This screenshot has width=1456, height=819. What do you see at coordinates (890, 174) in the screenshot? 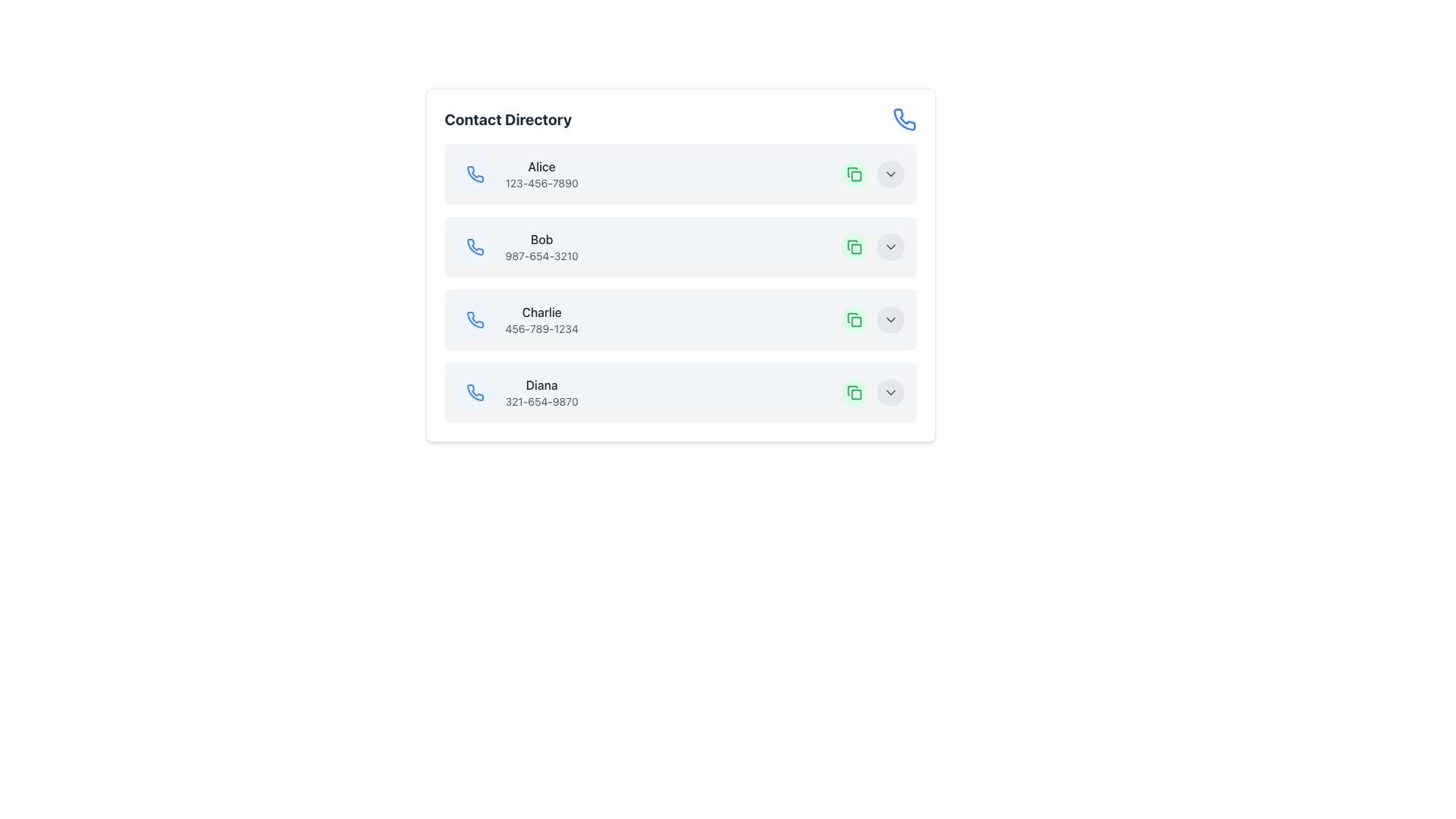
I see `the Chevron Down icon located at the top-right corner of Alice's entry in the Contact Directory panel` at bounding box center [890, 174].